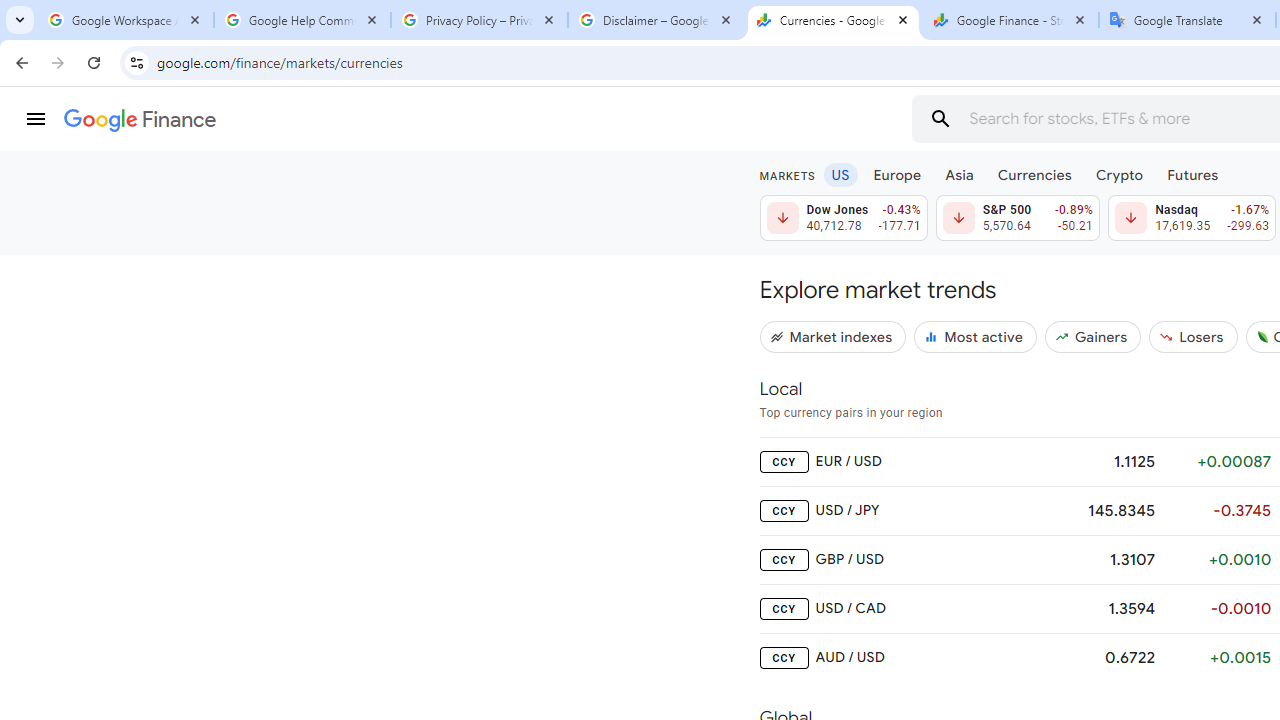  What do you see at coordinates (1193, 335) in the screenshot?
I see `'Losers'` at bounding box center [1193, 335].